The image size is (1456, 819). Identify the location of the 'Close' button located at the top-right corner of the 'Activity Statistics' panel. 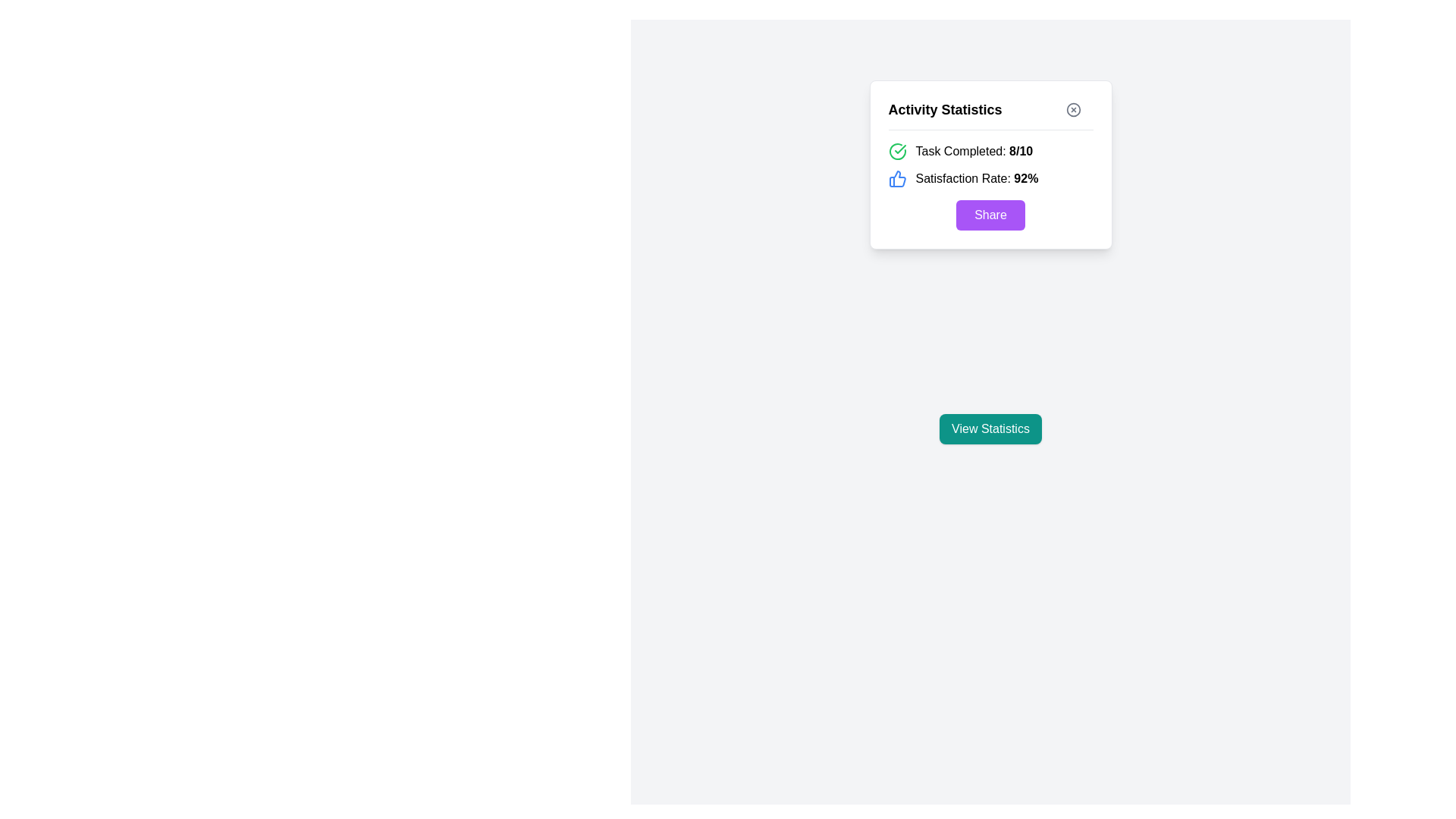
(1077, 109).